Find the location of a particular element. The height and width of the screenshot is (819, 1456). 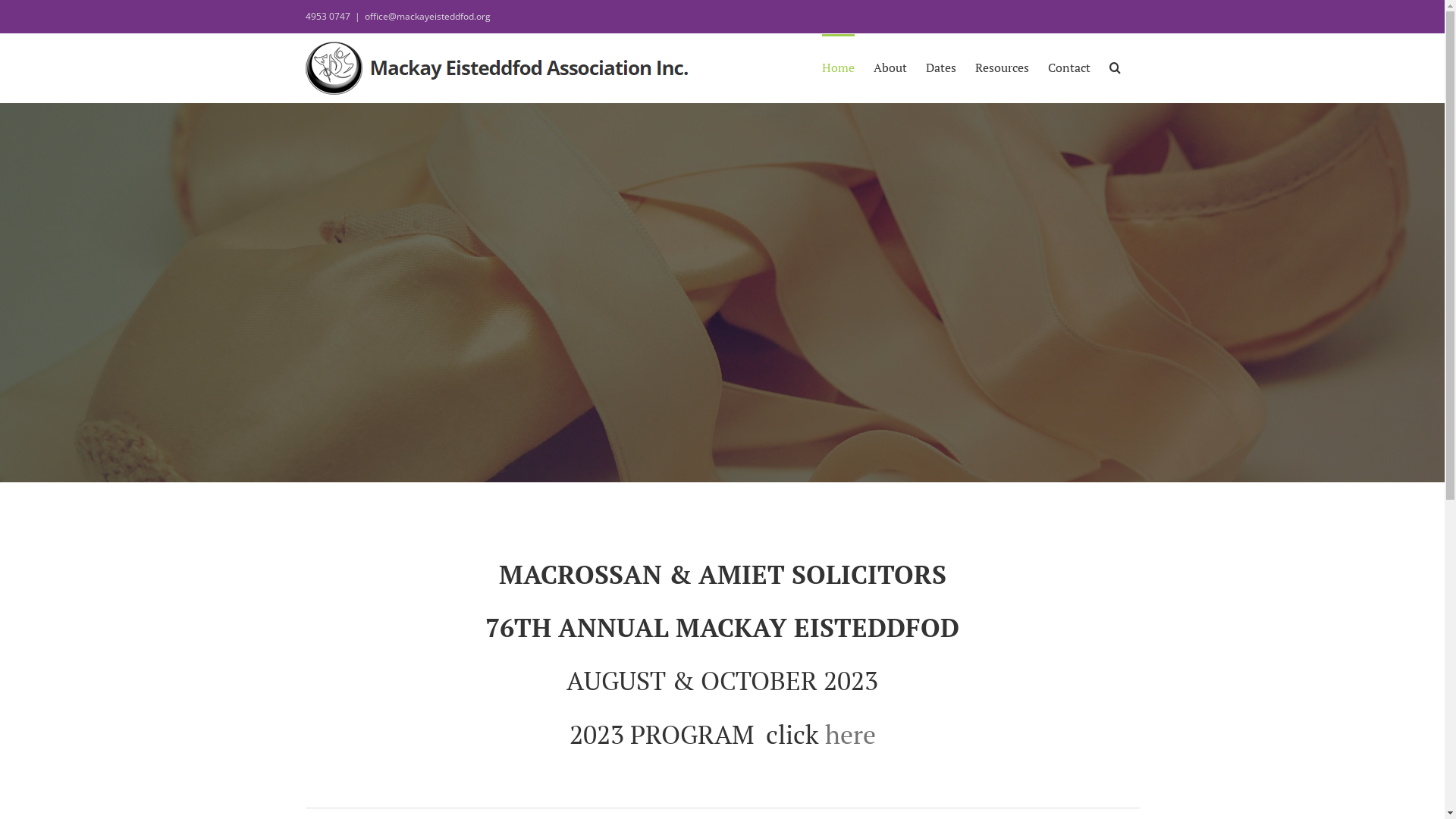

'4953 0747' is located at coordinates (304, 16).